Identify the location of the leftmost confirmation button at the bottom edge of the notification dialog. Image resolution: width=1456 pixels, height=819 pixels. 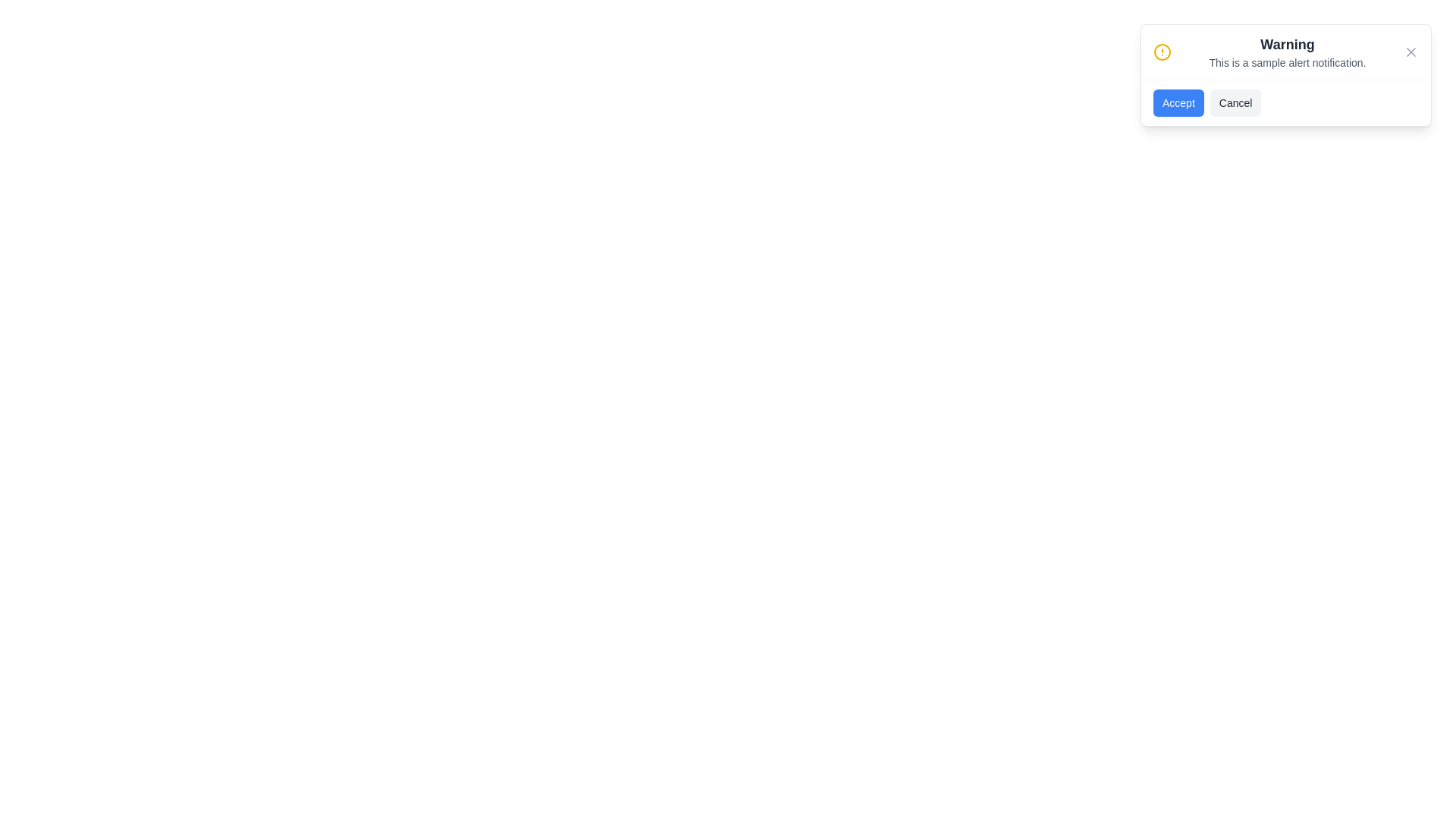
(1178, 102).